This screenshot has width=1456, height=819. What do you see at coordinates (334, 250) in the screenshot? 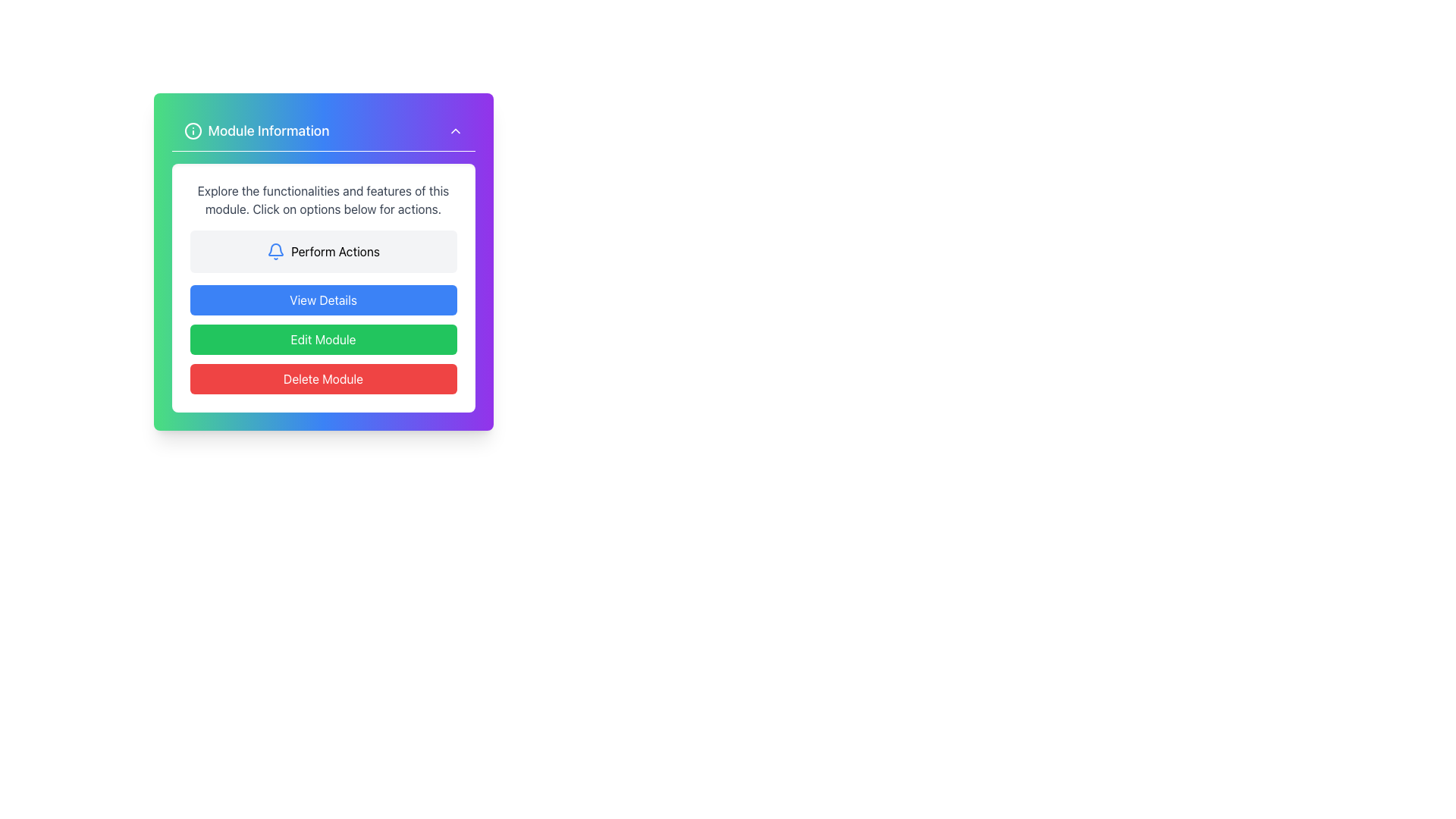
I see `the white button surrounding the text label displaying 'Perform Actions'` at bounding box center [334, 250].